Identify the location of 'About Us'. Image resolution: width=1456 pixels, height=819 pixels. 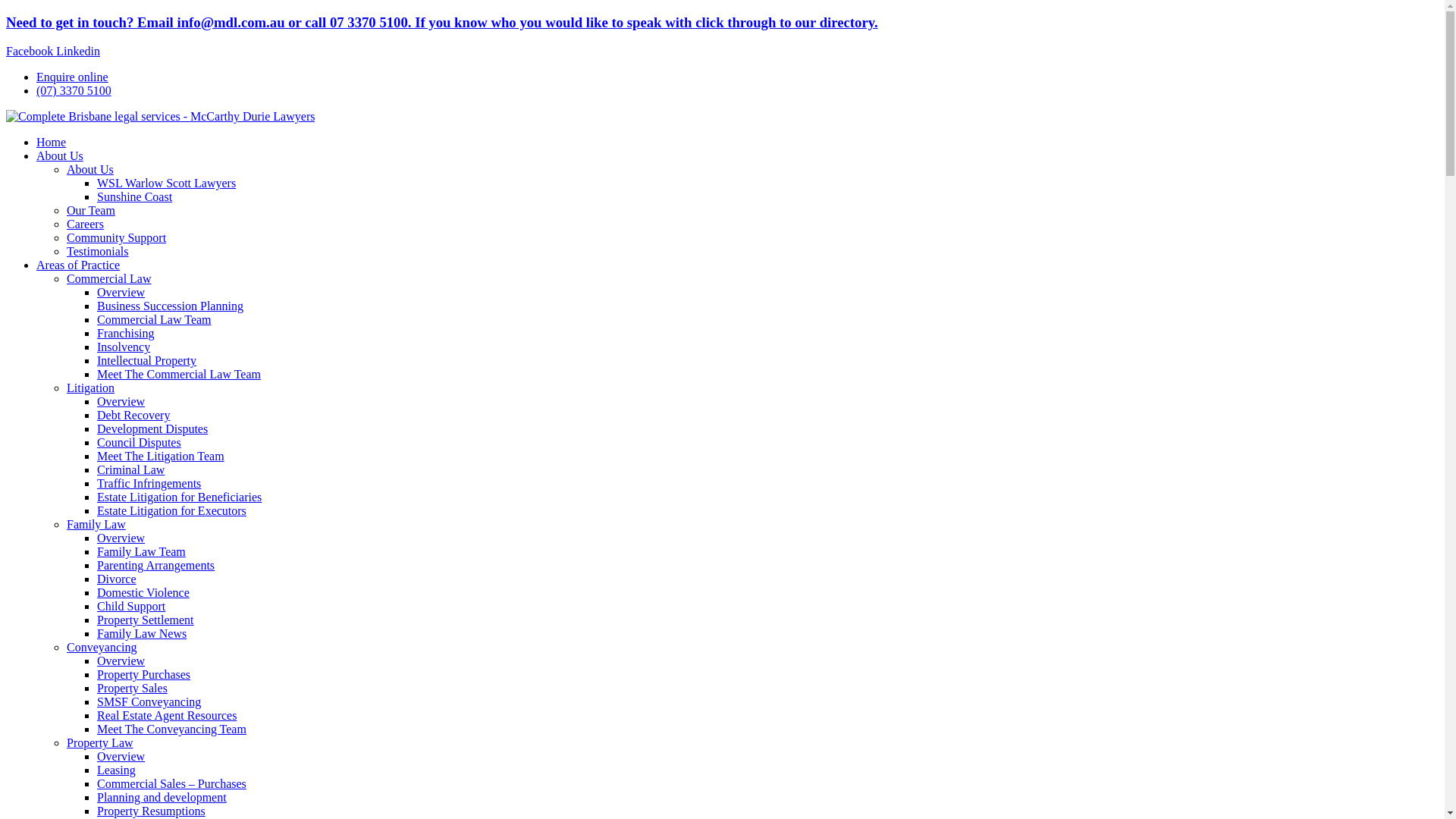
(59, 155).